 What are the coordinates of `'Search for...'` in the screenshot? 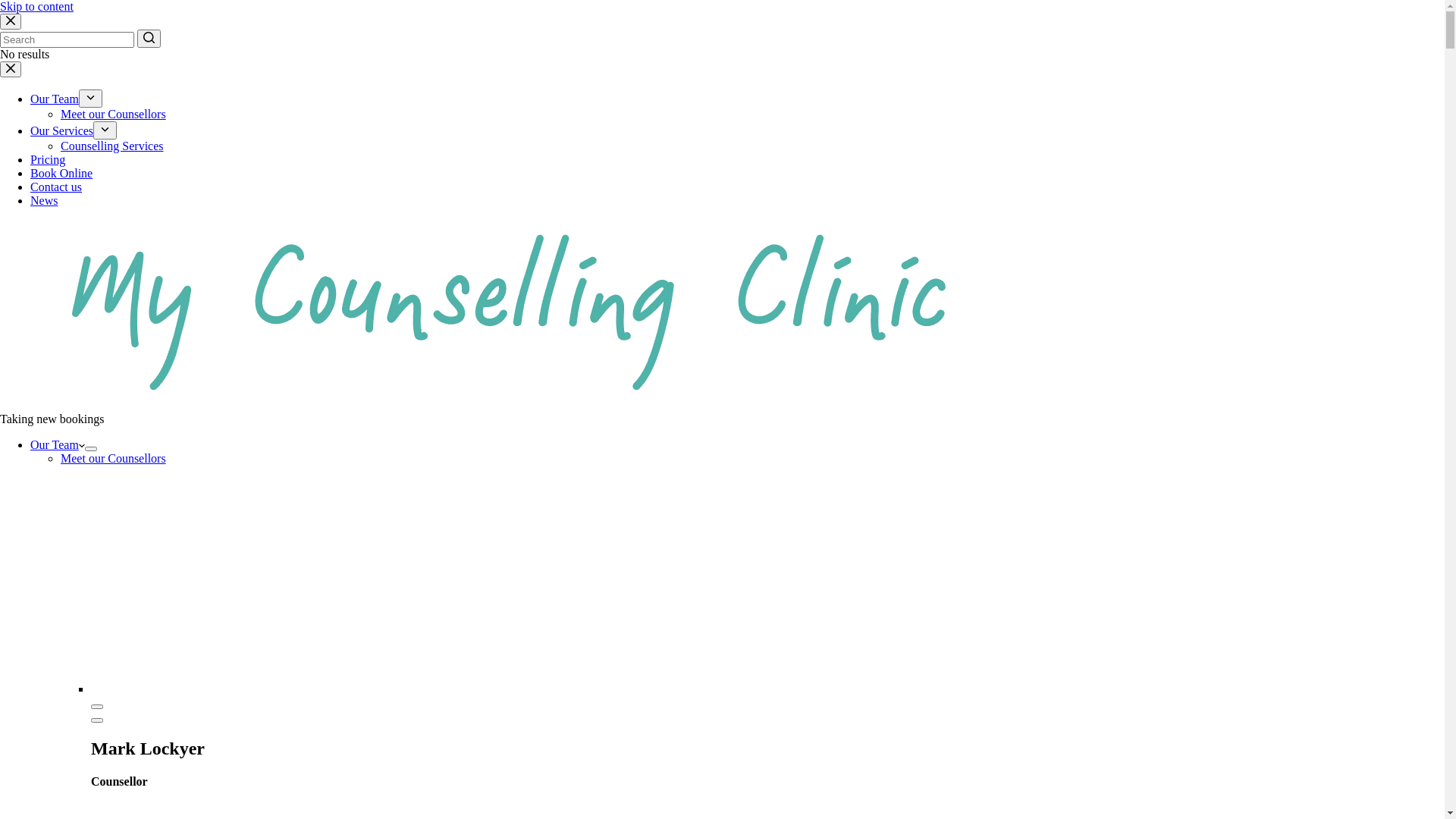 It's located at (66, 39).